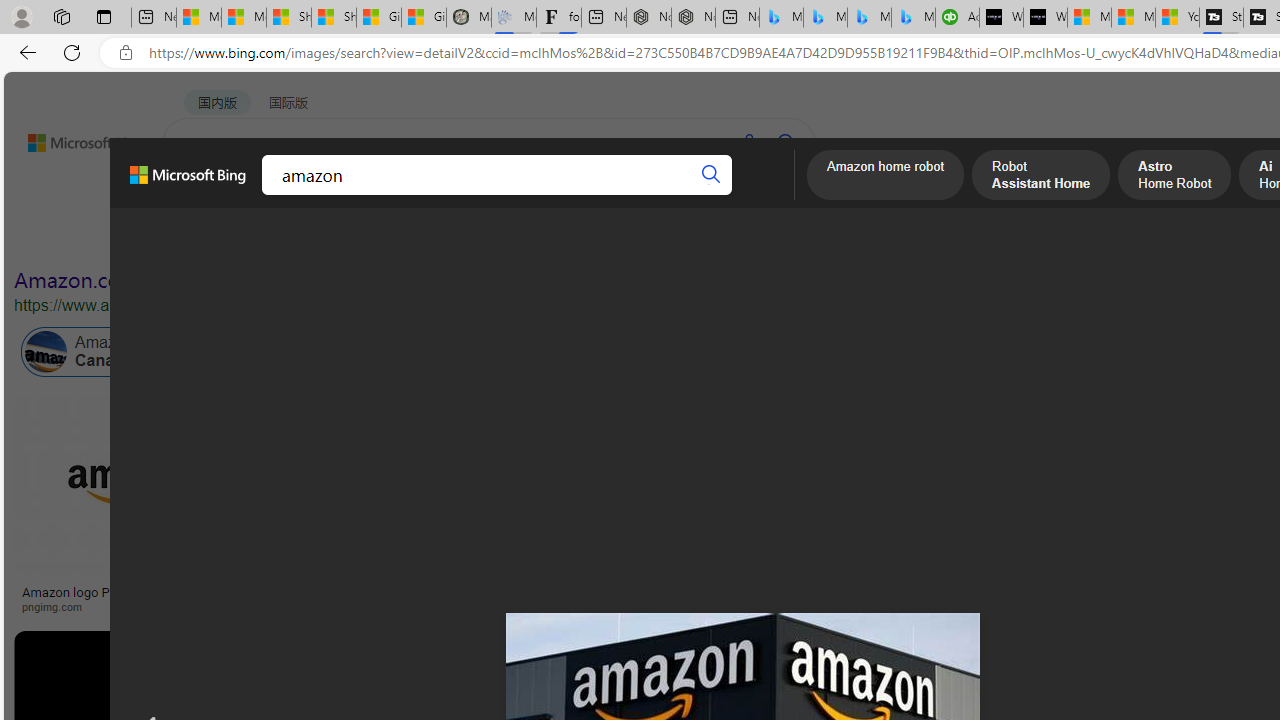  Describe the element at coordinates (956, 17) in the screenshot. I see `'Accounting Software for Accountants, CPAs and Bookkeepers'` at that location.